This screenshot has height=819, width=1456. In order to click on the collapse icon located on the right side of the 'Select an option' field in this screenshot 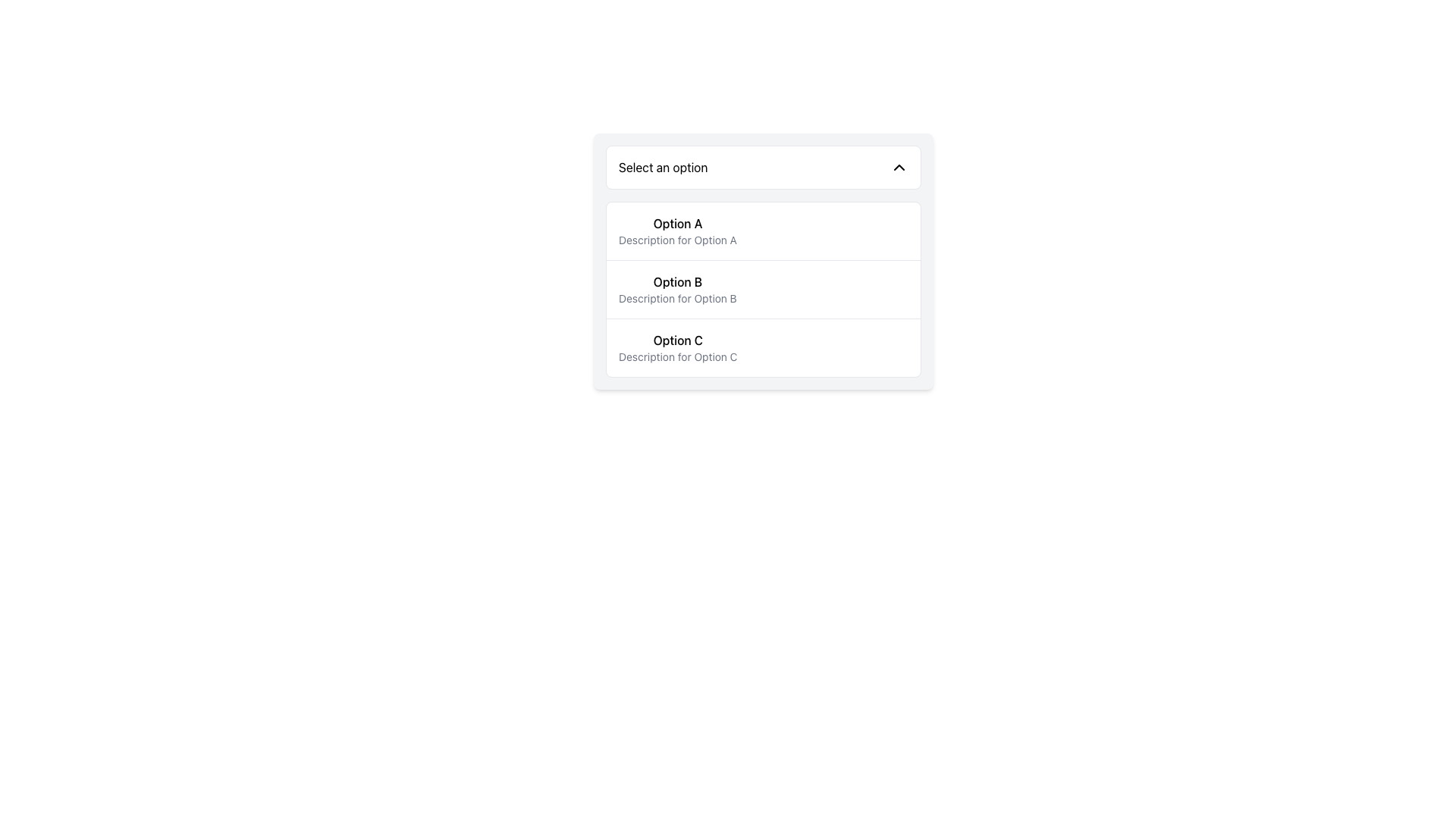, I will do `click(899, 167)`.